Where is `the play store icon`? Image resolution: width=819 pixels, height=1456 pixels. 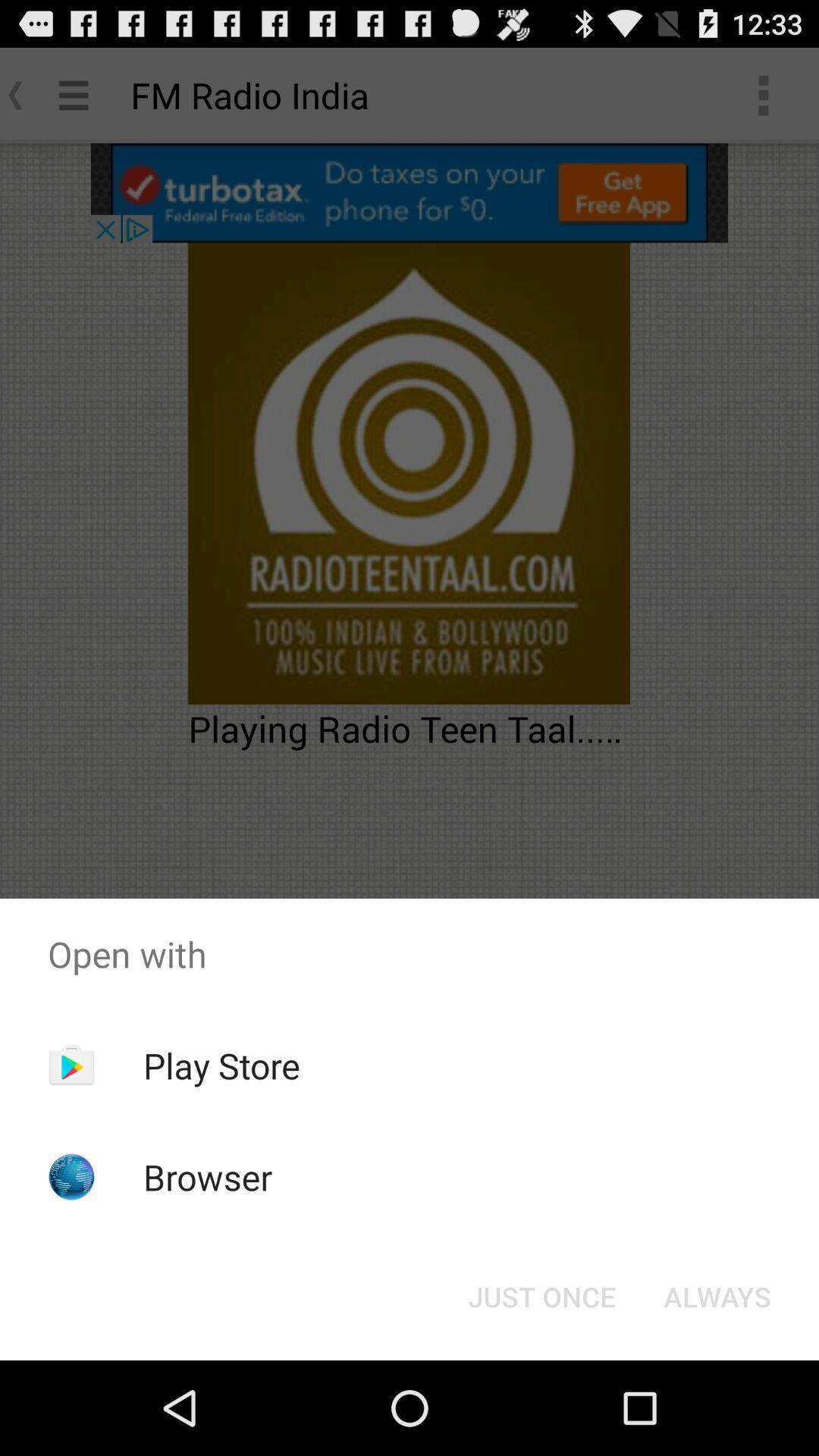
the play store icon is located at coordinates (221, 1065).